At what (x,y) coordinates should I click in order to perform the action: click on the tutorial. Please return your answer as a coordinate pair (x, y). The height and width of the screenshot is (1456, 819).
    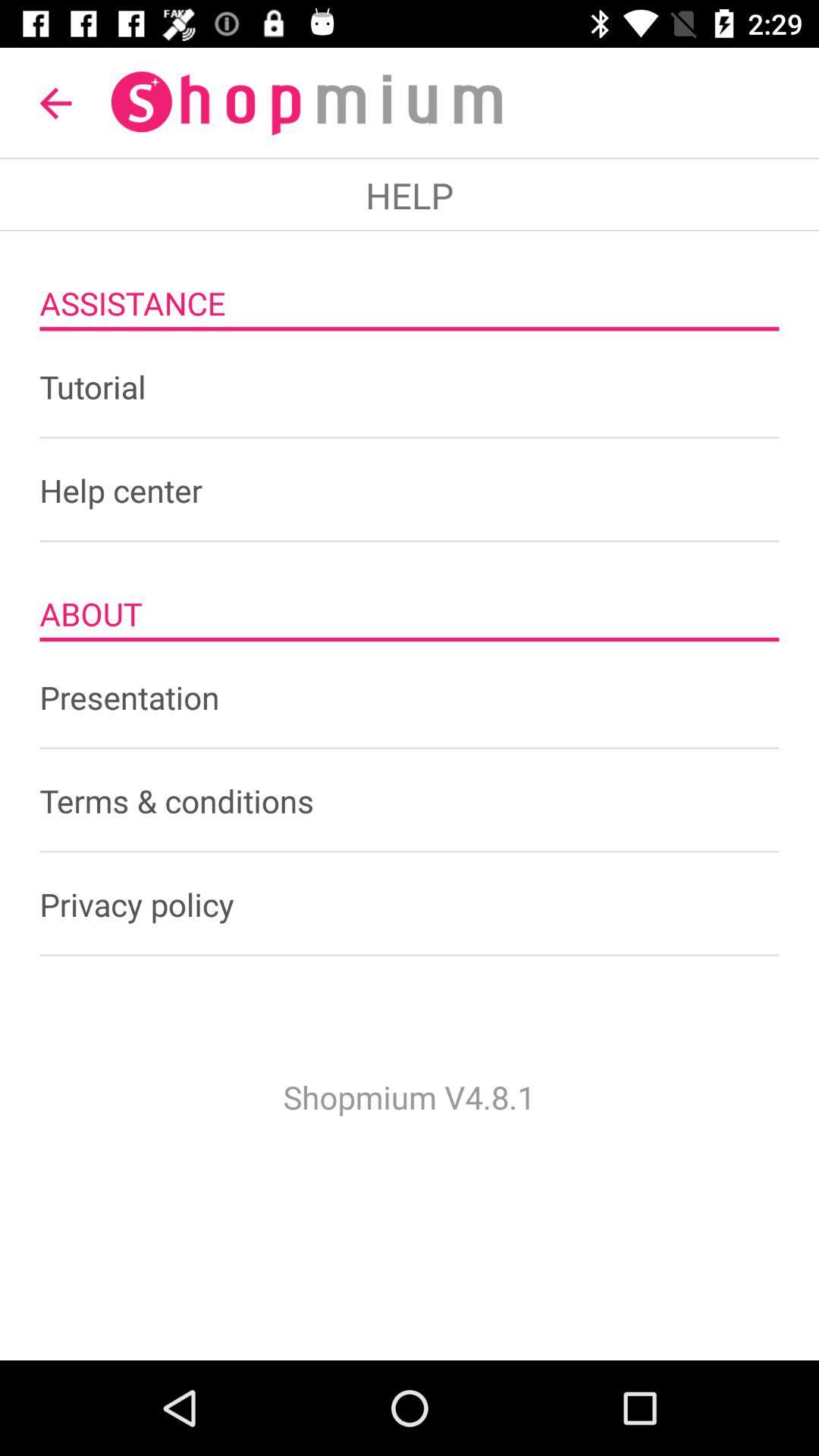
    Looking at the image, I should click on (409, 386).